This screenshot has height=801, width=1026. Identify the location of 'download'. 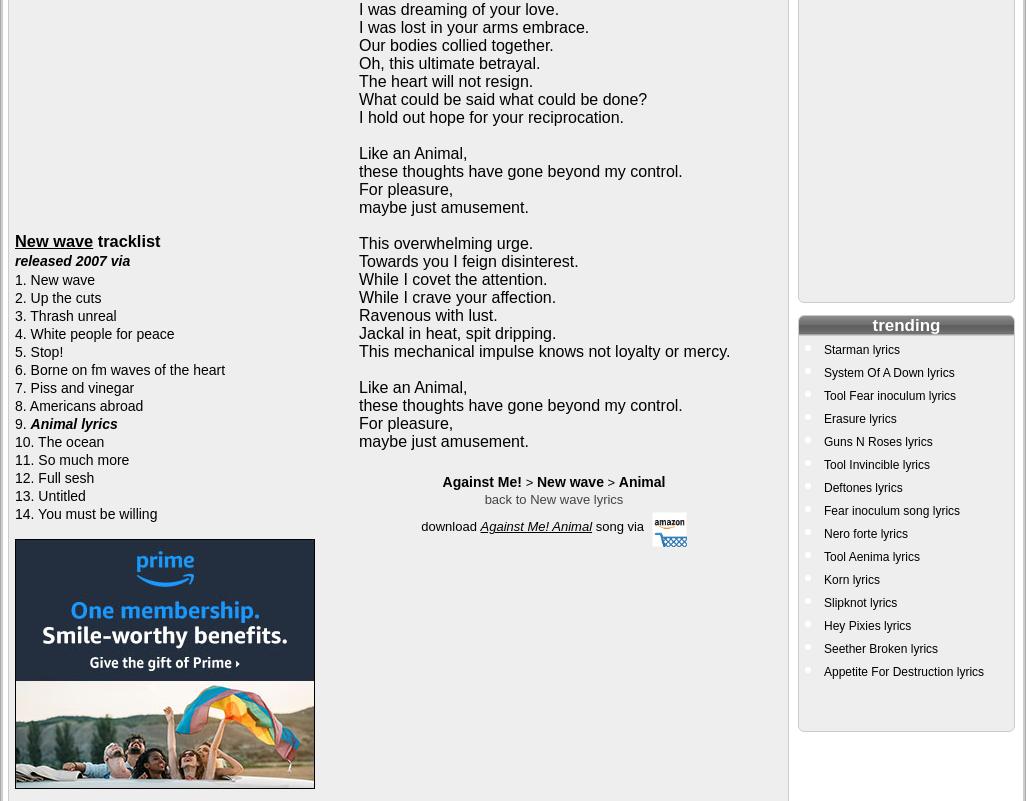
(420, 526).